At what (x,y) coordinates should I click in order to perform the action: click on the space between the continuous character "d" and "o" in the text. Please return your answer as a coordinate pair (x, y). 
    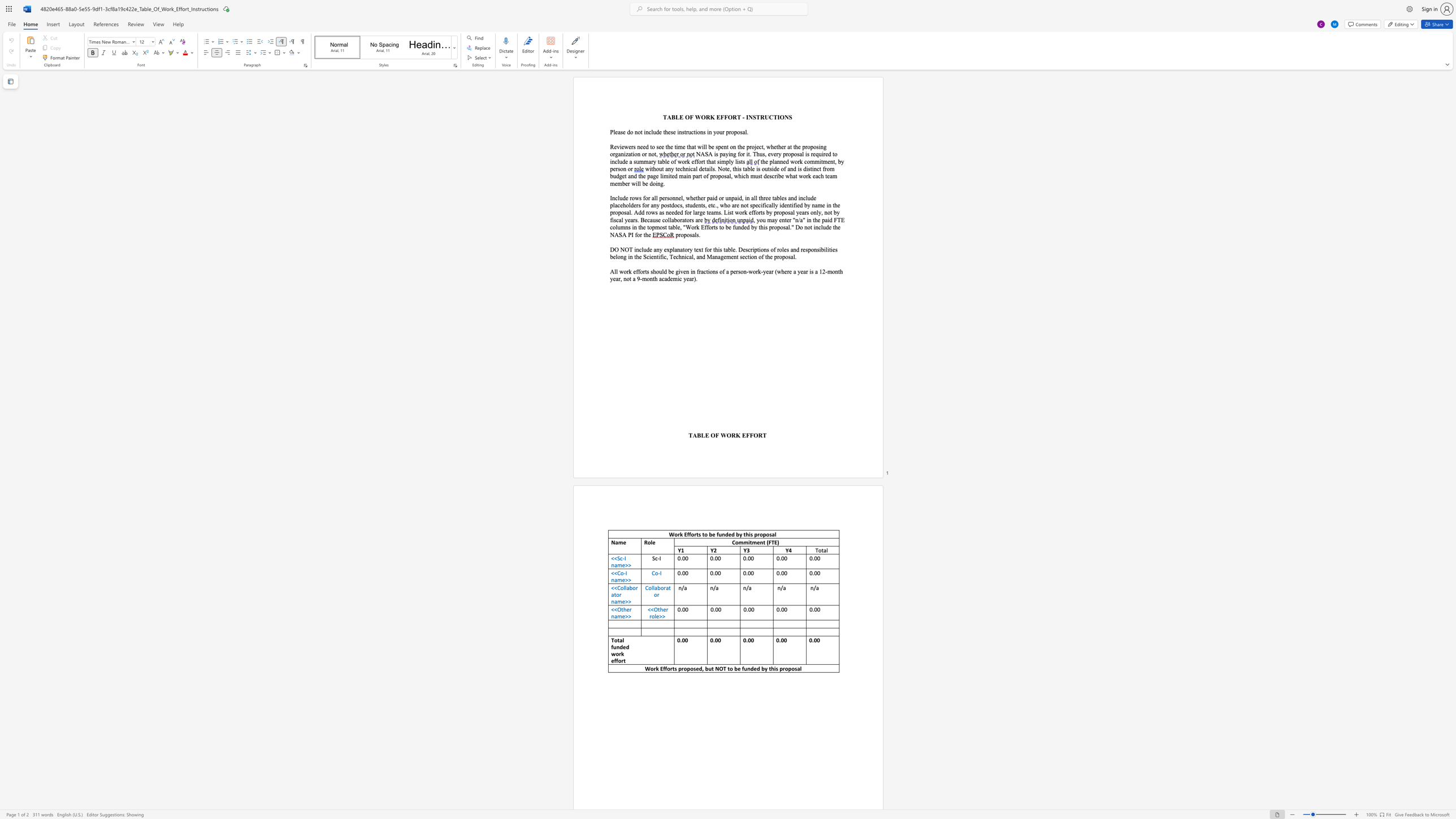
    Looking at the image, I should click on (674, 205).